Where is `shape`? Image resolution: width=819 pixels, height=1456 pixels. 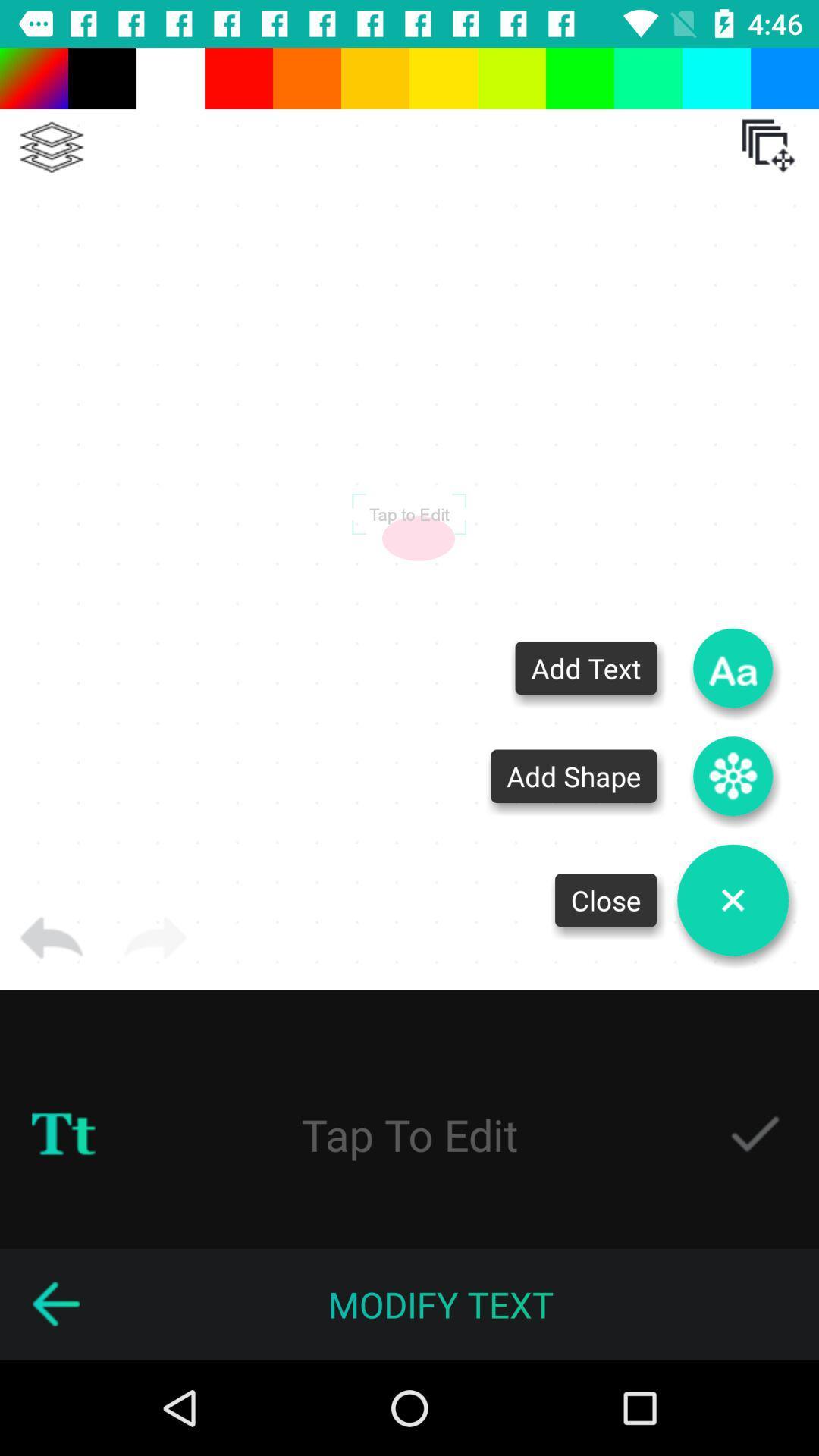
shape is located at coordinates (732, 776).